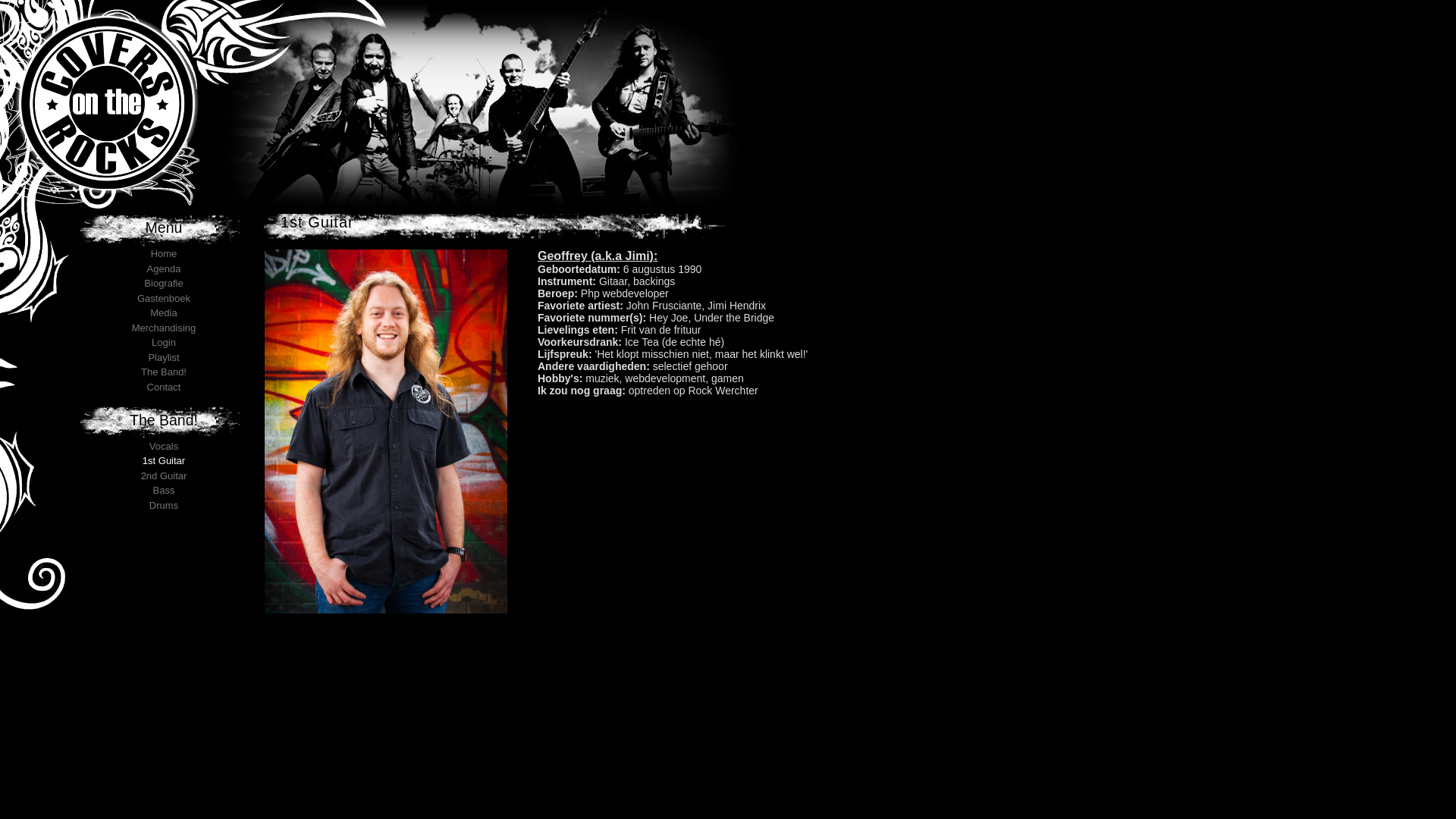 The height and width of the screenshot is (819, 1456). Describe the element at coordinates (164, 445) in the screenshot. I see `'Vocals'` at that location.